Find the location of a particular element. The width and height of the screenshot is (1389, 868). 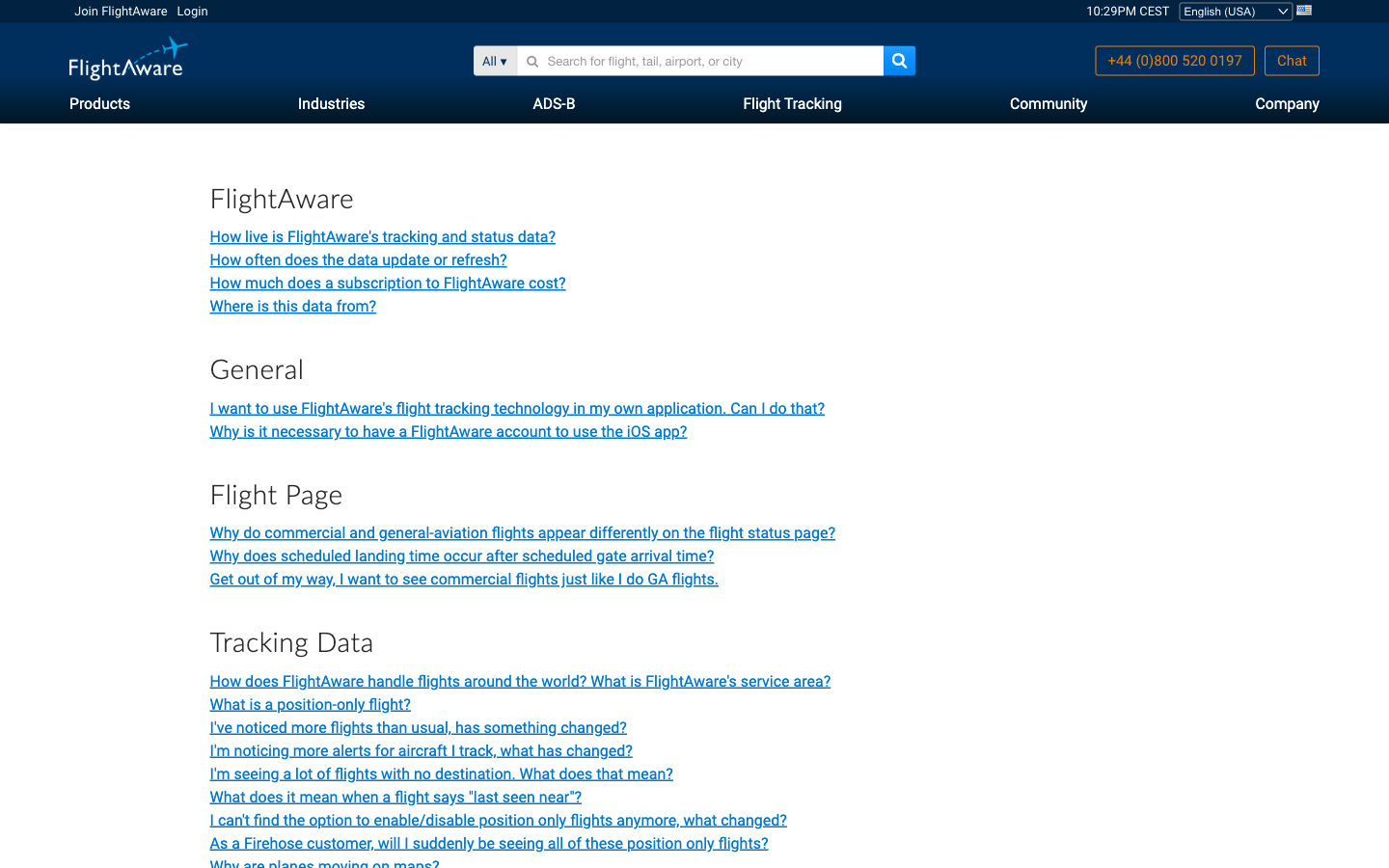

Ascertain how frequently FlightAware refreshes their data is located at coordinates (357, 258).